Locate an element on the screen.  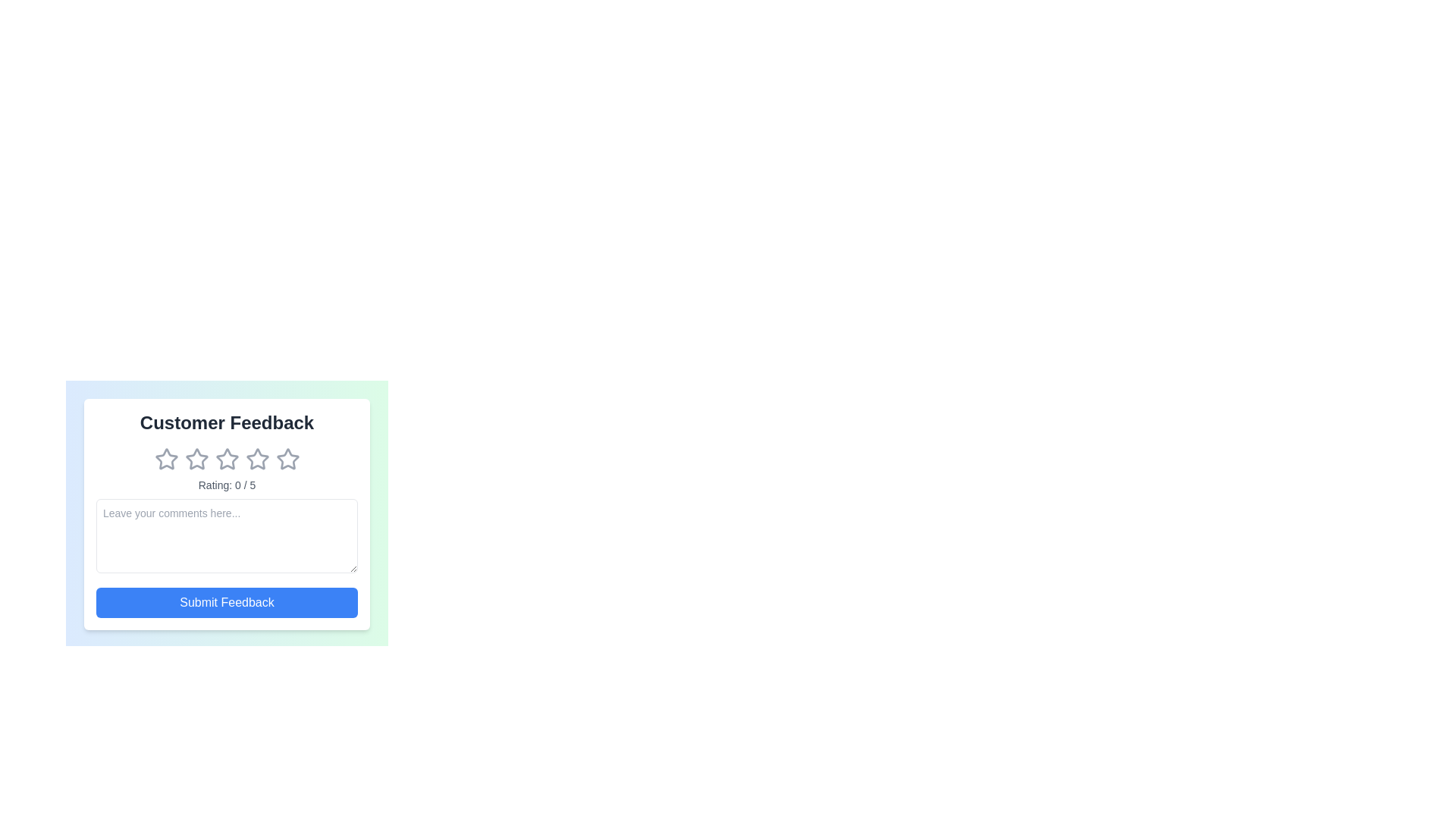
the comments field and type the desired text is located at coordinates (226, 535).